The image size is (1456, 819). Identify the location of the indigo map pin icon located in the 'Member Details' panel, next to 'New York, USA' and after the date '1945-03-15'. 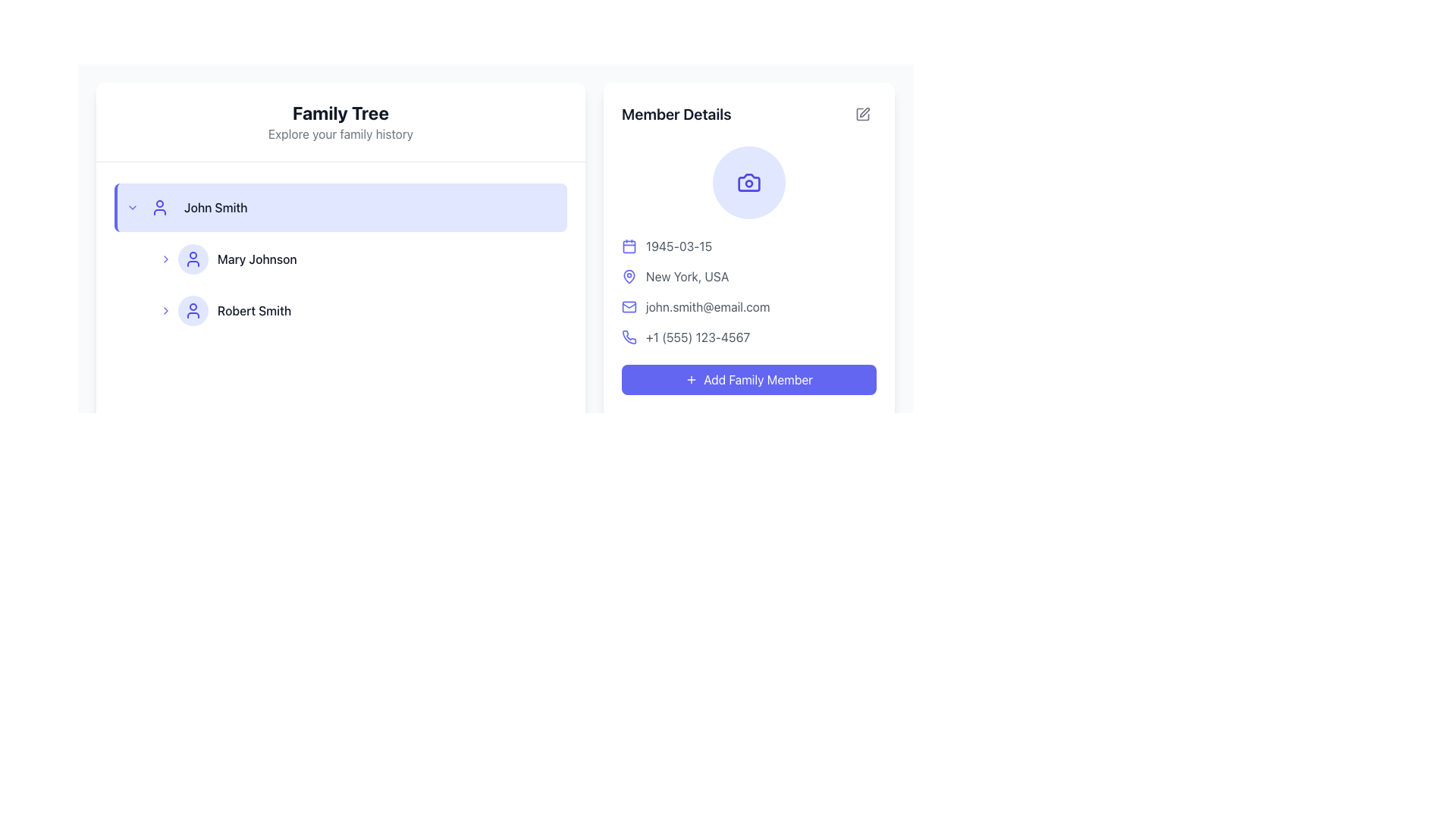
(629, 275).